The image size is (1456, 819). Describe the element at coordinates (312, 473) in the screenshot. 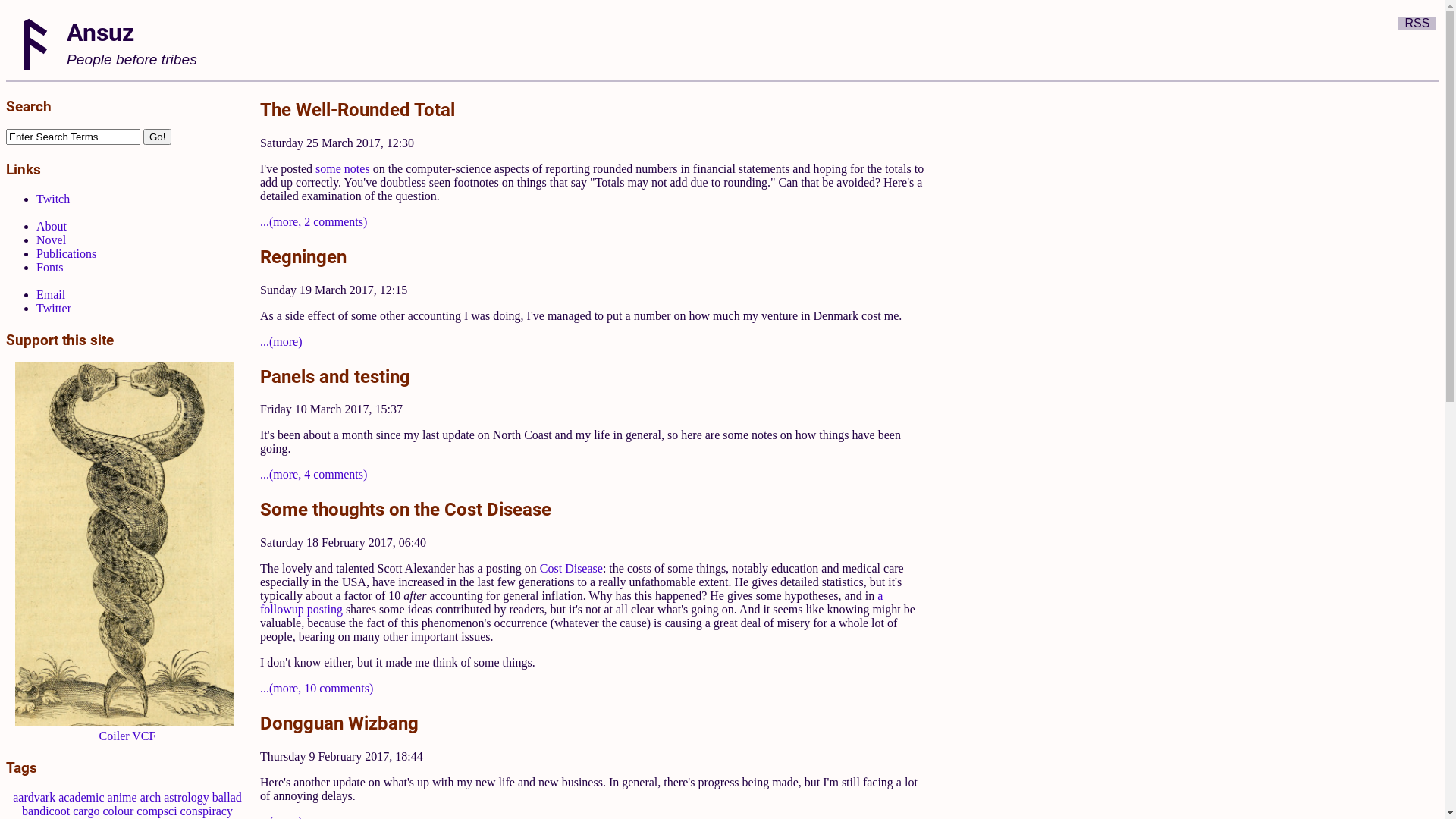

I see `'...(more, 4 comments)'` at that location.